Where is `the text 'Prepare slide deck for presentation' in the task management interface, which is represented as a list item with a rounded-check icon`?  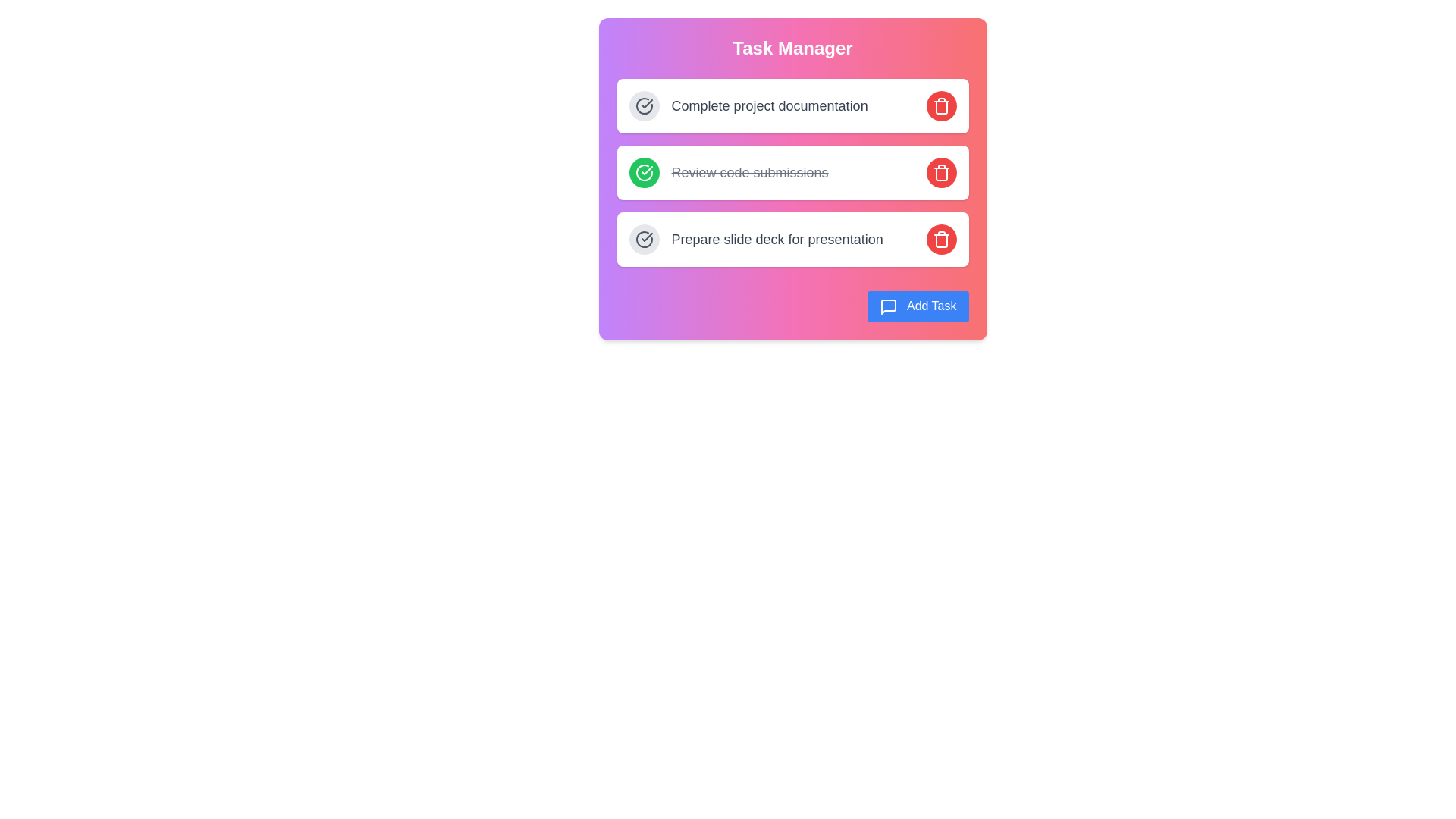 the text 'Prepare slide deck for presentation' in the task management interface, which is represented as a list item with a rounded-check icon is located at coordinates (756, 239).